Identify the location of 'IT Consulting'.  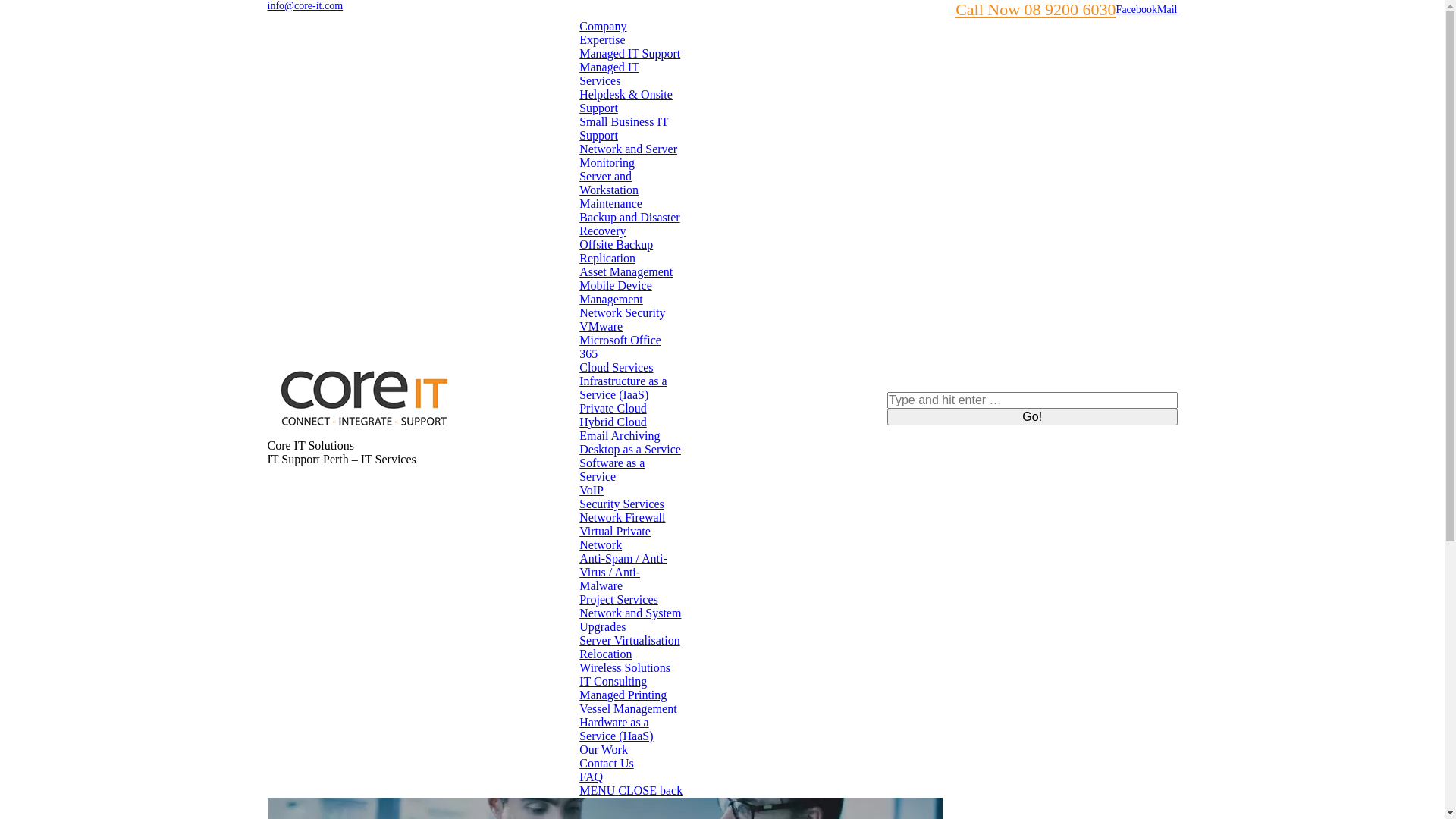
(613, 680).